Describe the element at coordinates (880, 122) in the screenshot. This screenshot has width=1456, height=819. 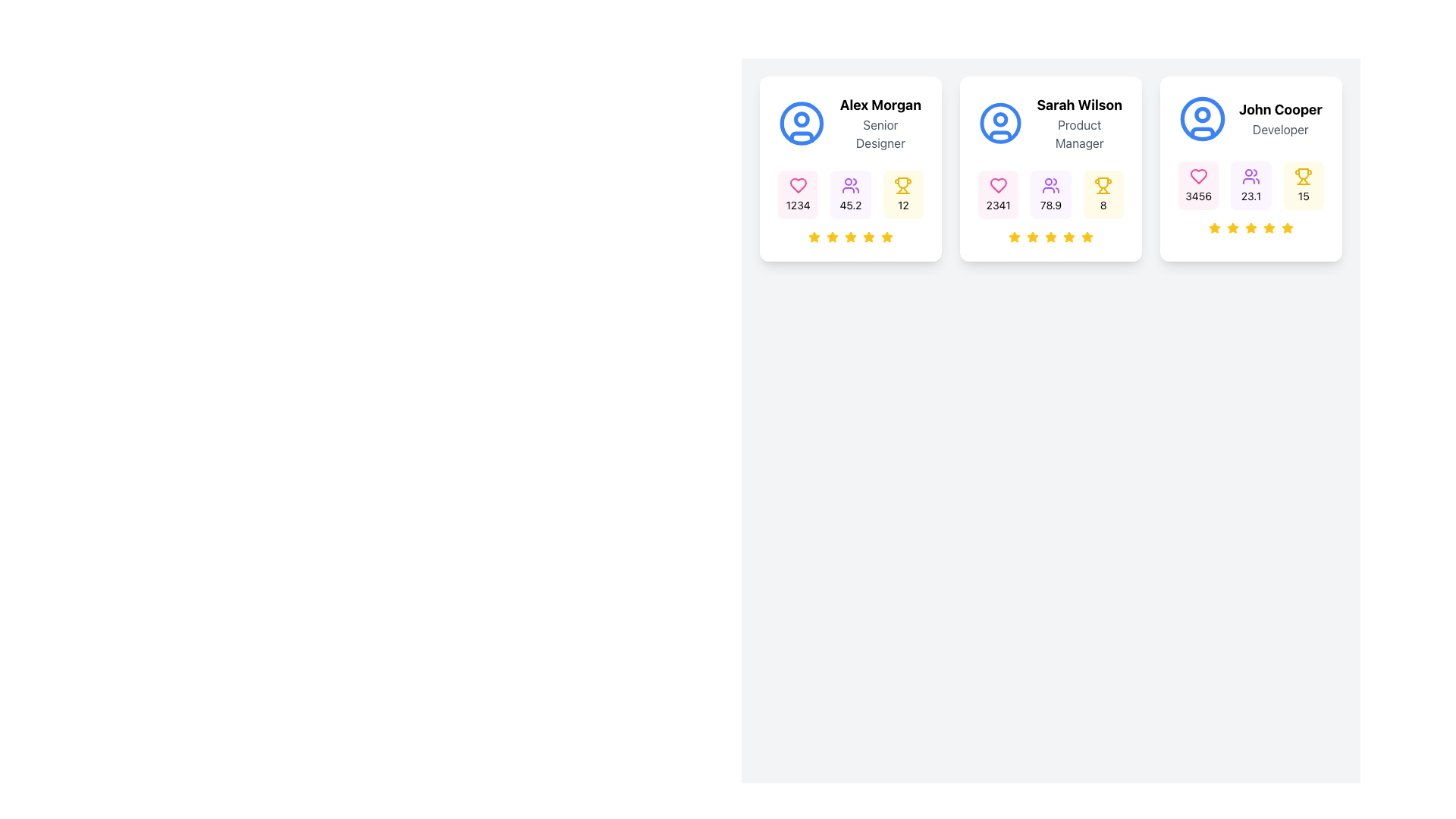
I see `the Text Label displaying 'Alex Morgan' and 'Senior Designer' in the top-left card component of the horizontal list` at that location.